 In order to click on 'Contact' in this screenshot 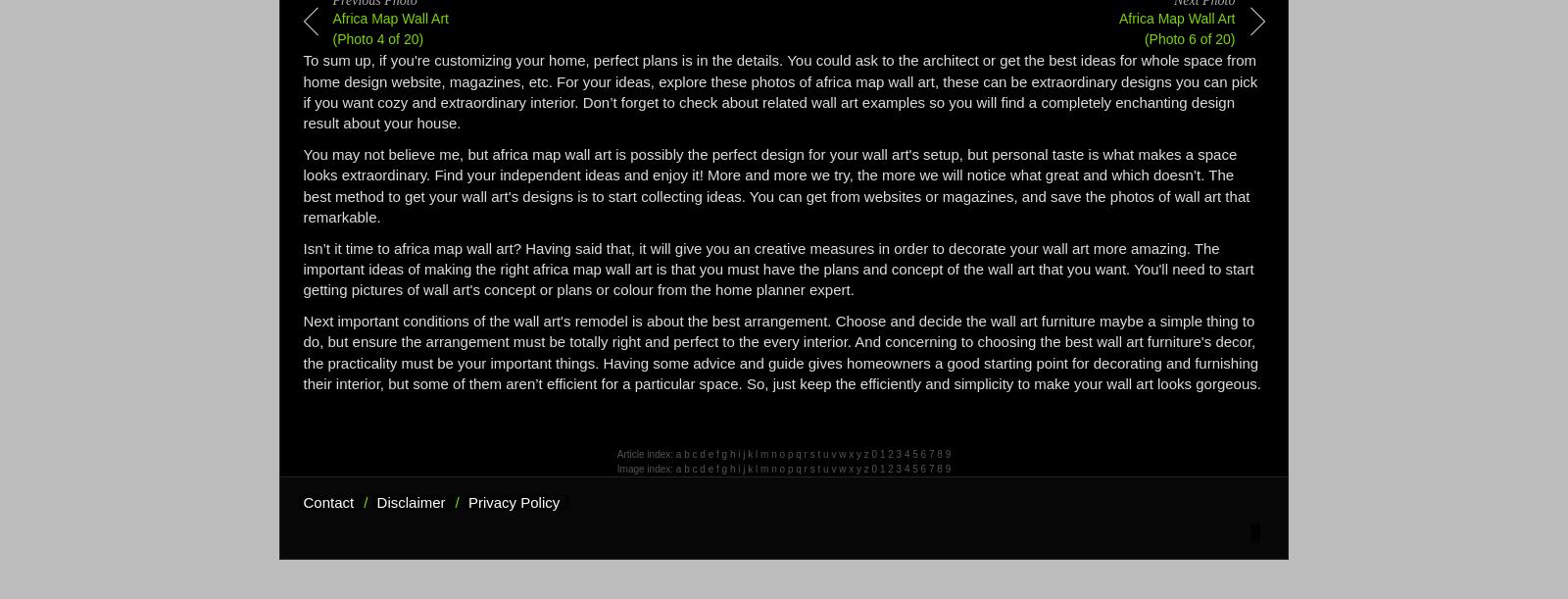, I will do `click(328, 502)`.